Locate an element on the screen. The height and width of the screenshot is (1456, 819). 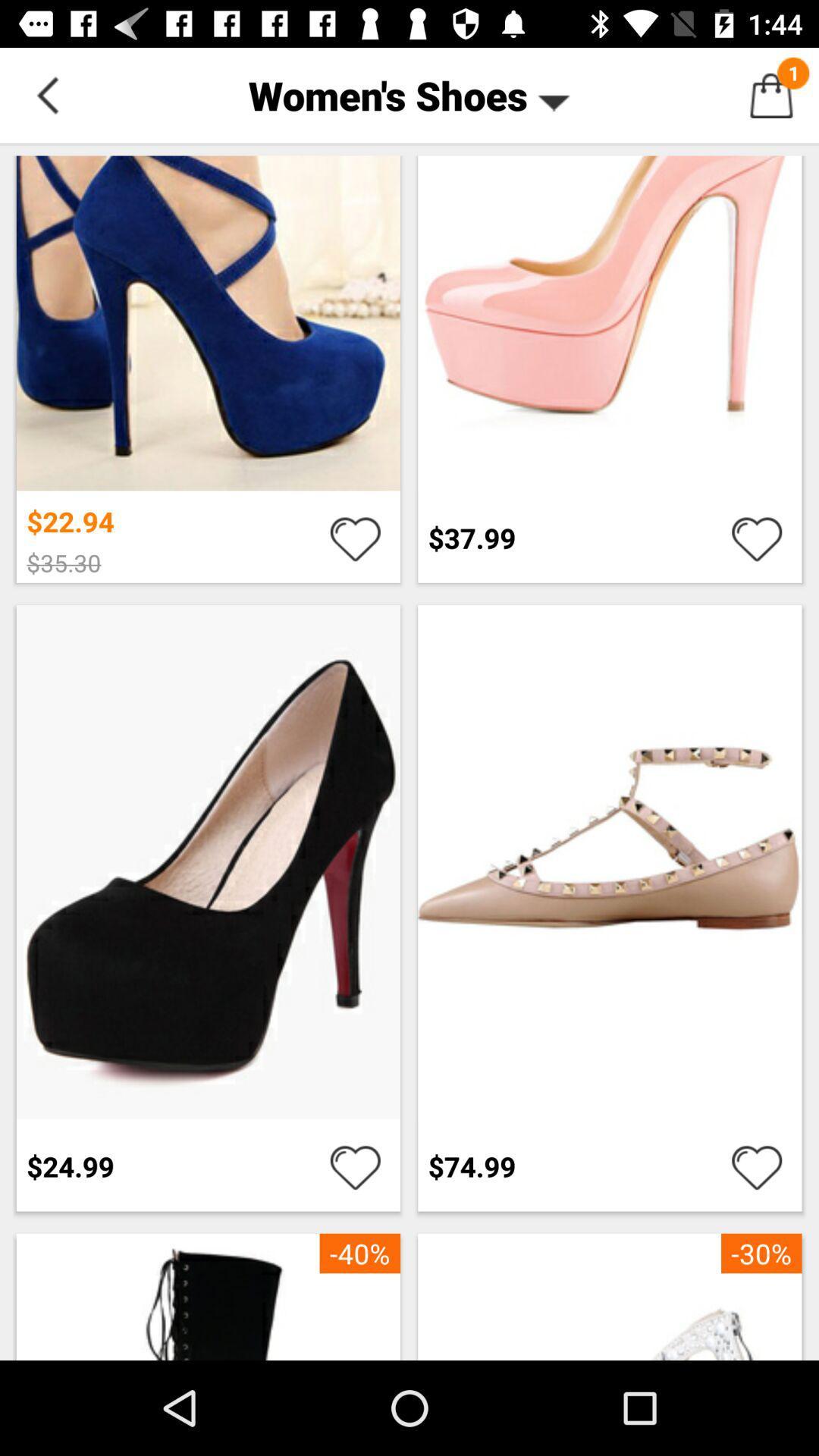
shows like heart symbol is located at coordinates (355, 538).